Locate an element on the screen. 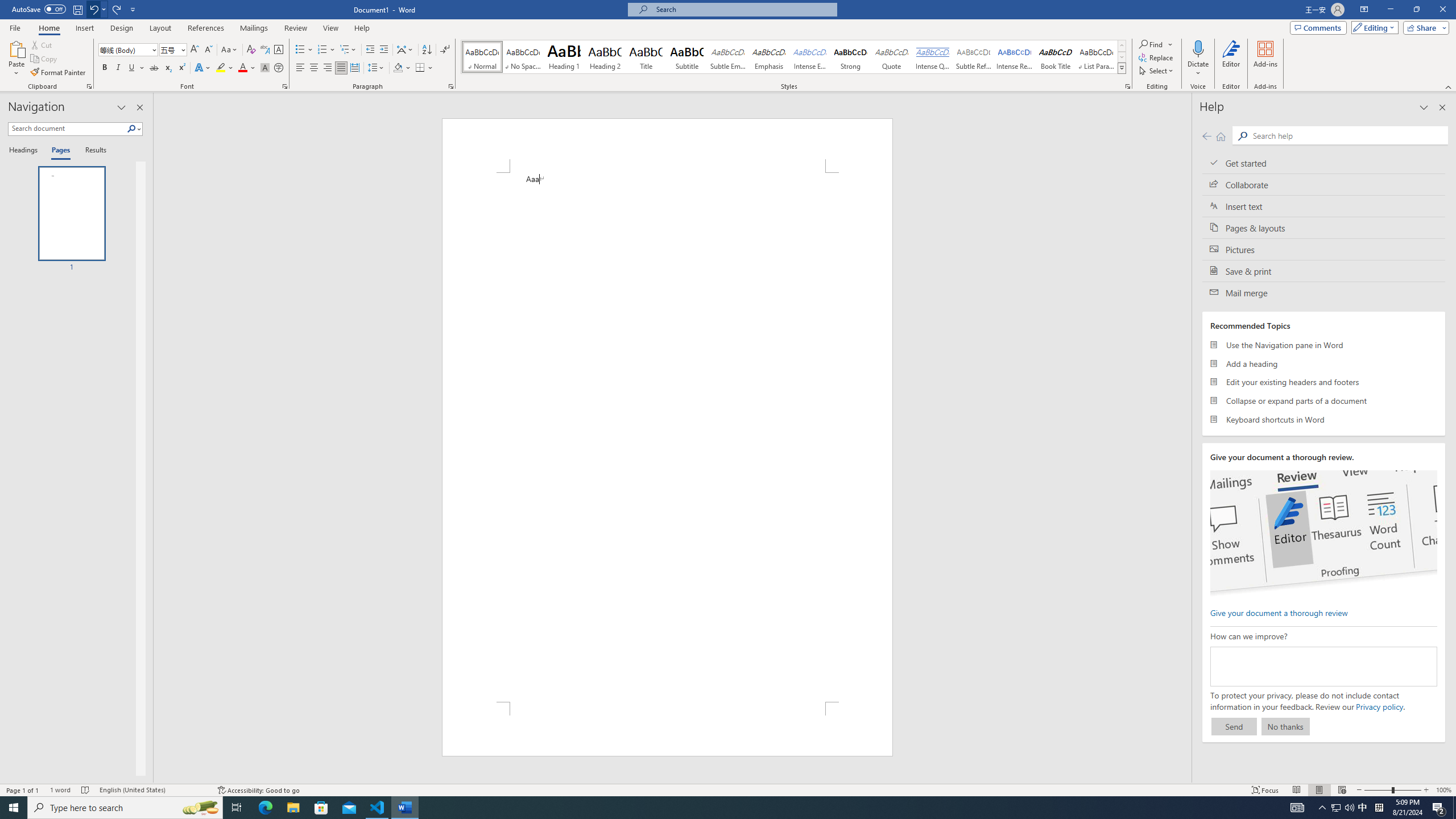 The height and width of the screenshot is (819, 1456). 'Undo Increase Indent' is located at coordinates (97, 9).